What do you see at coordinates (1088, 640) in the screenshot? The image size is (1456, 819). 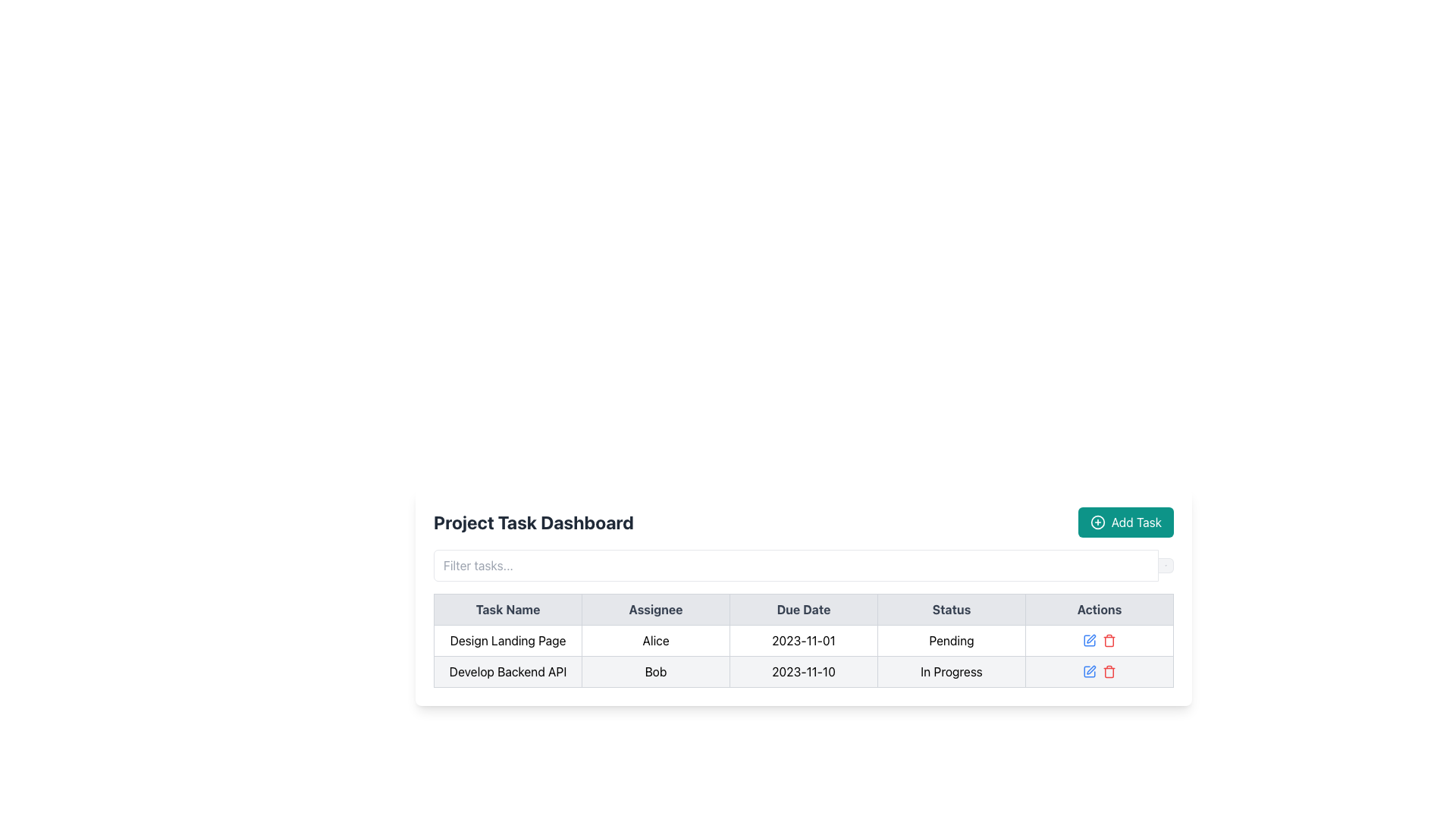 I see `the blue icon button located in the last column of the second row under the 'Actions' column` at bounding box center [1088, 640].